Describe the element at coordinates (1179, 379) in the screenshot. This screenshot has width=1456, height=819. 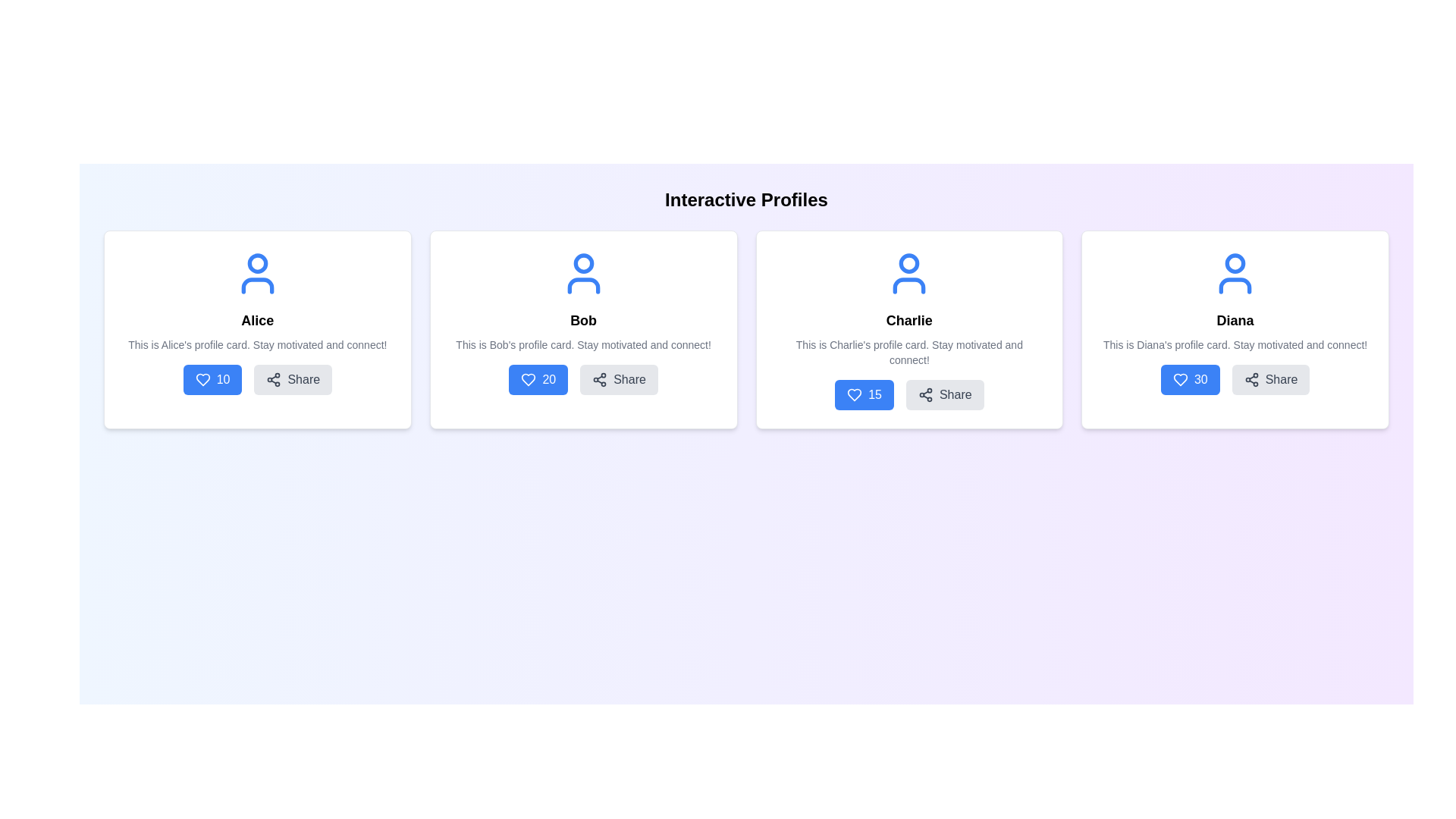
I see `the 'like' icon located on the left of the numeric value '30' in Diana's profile card, which is the fourth item in the horizontally arranged layout` at that location.